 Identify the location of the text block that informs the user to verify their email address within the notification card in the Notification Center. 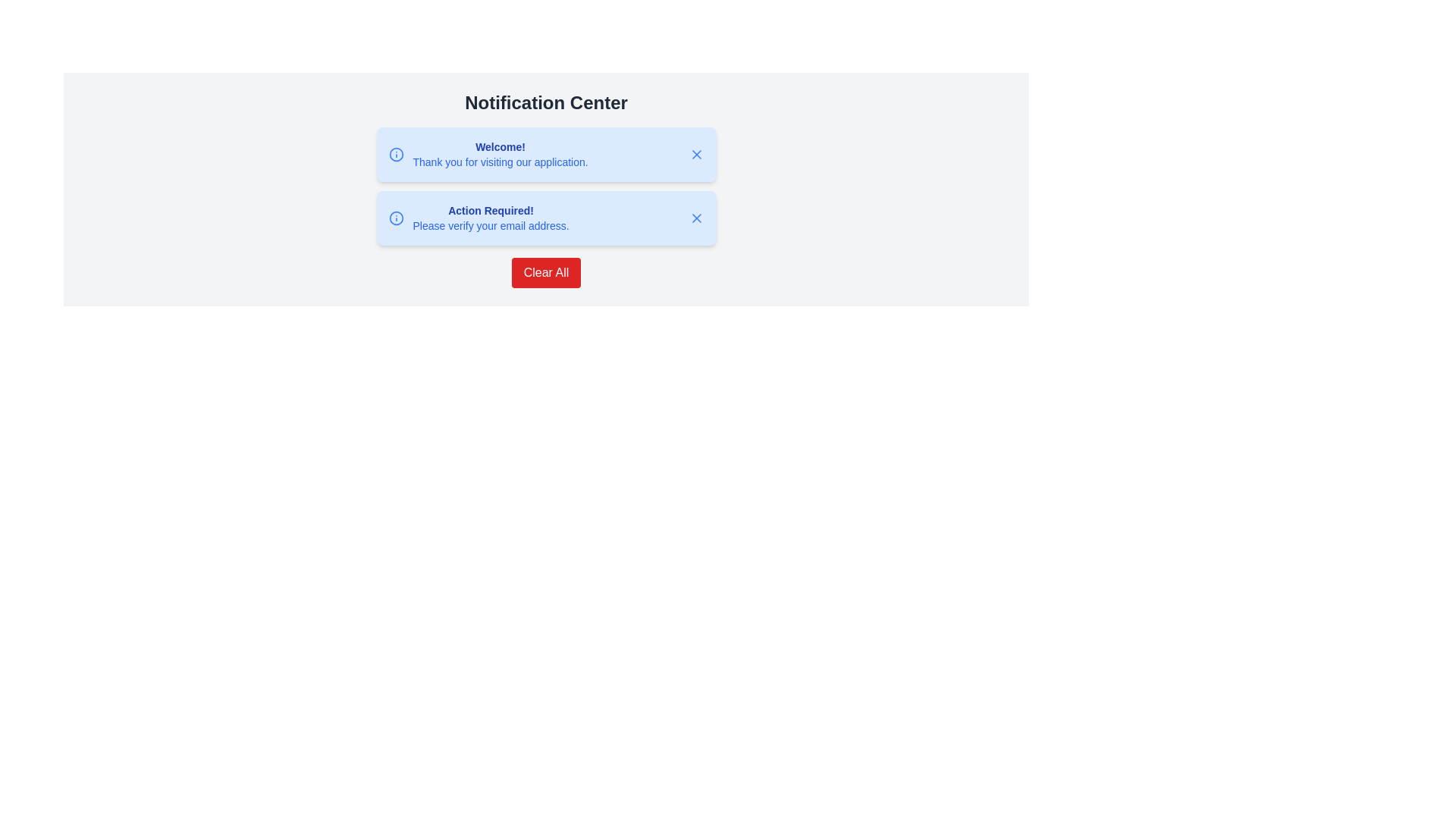
(491, 218).